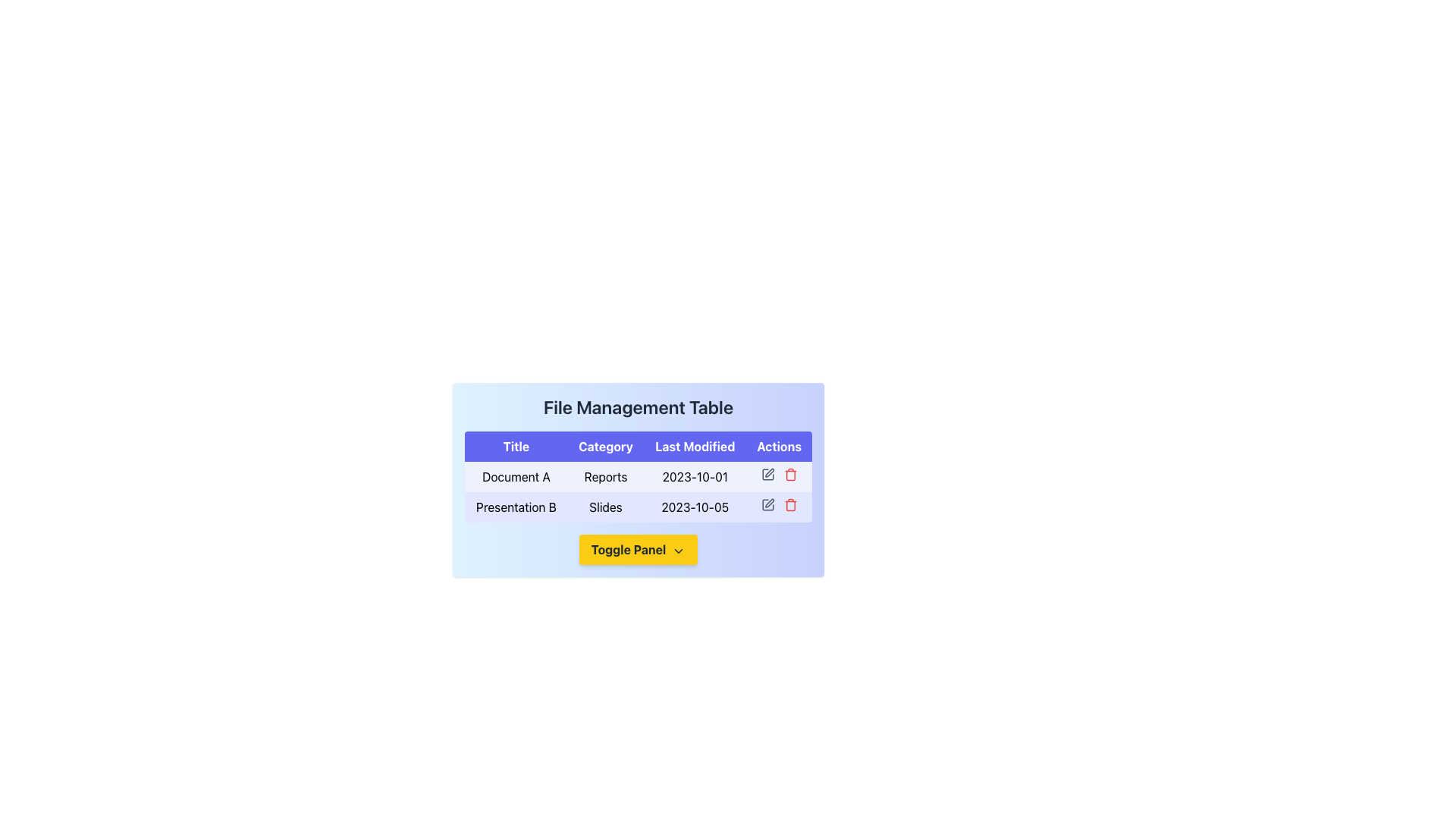  Describe the element at coordinates (779, 507) in the screenshot. I see `the decorative spacing component located in the 'Actions' column of the second row in the file management table, positioned between the 'Edit' icon (gray) and the 'Delete' icon (red)` at that location.